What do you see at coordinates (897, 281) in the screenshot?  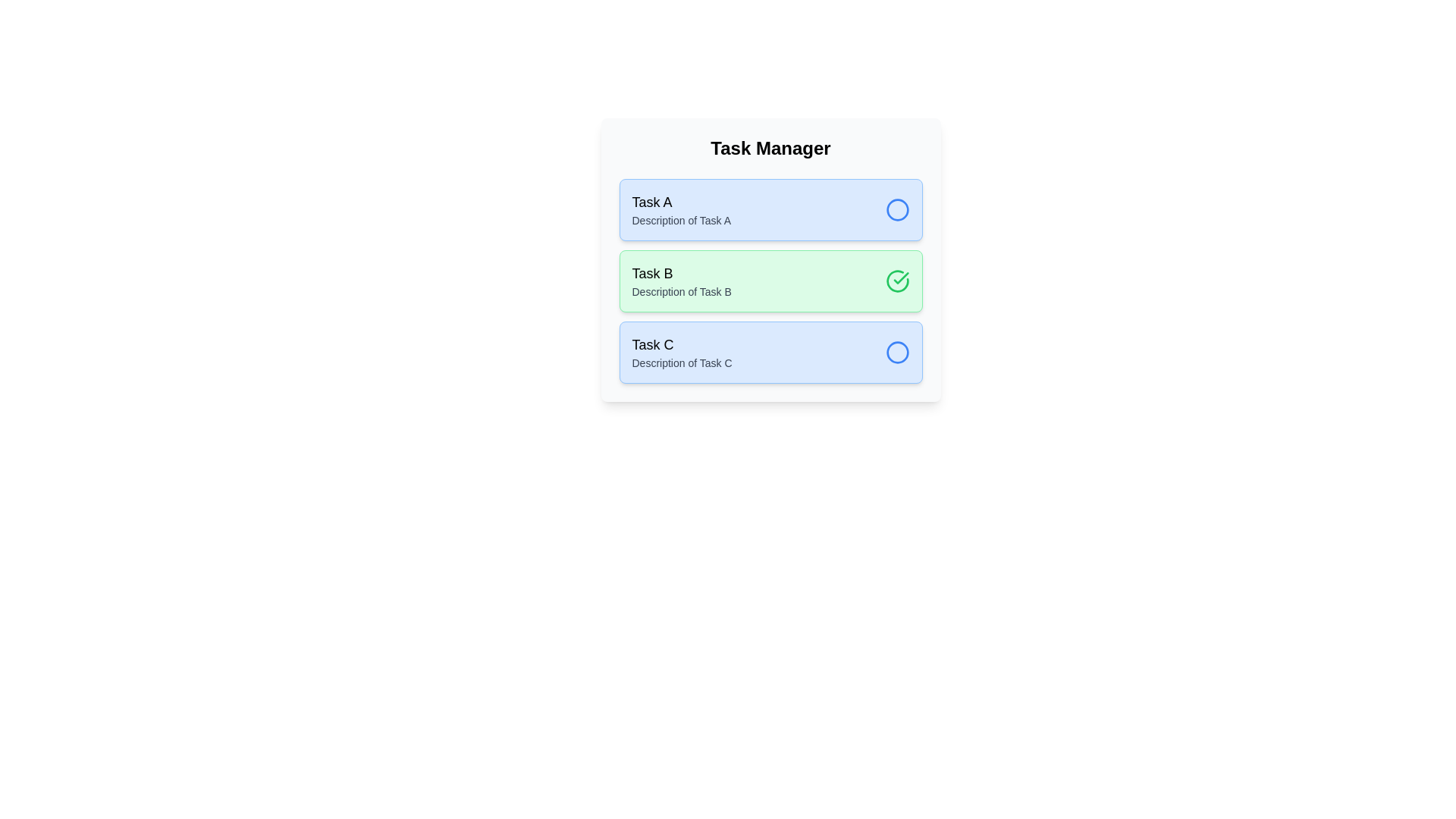 I see `the completion status icon located in the top right corner of the green-highlighted card labeled 'Task B'` at bounding box center [897, 281].